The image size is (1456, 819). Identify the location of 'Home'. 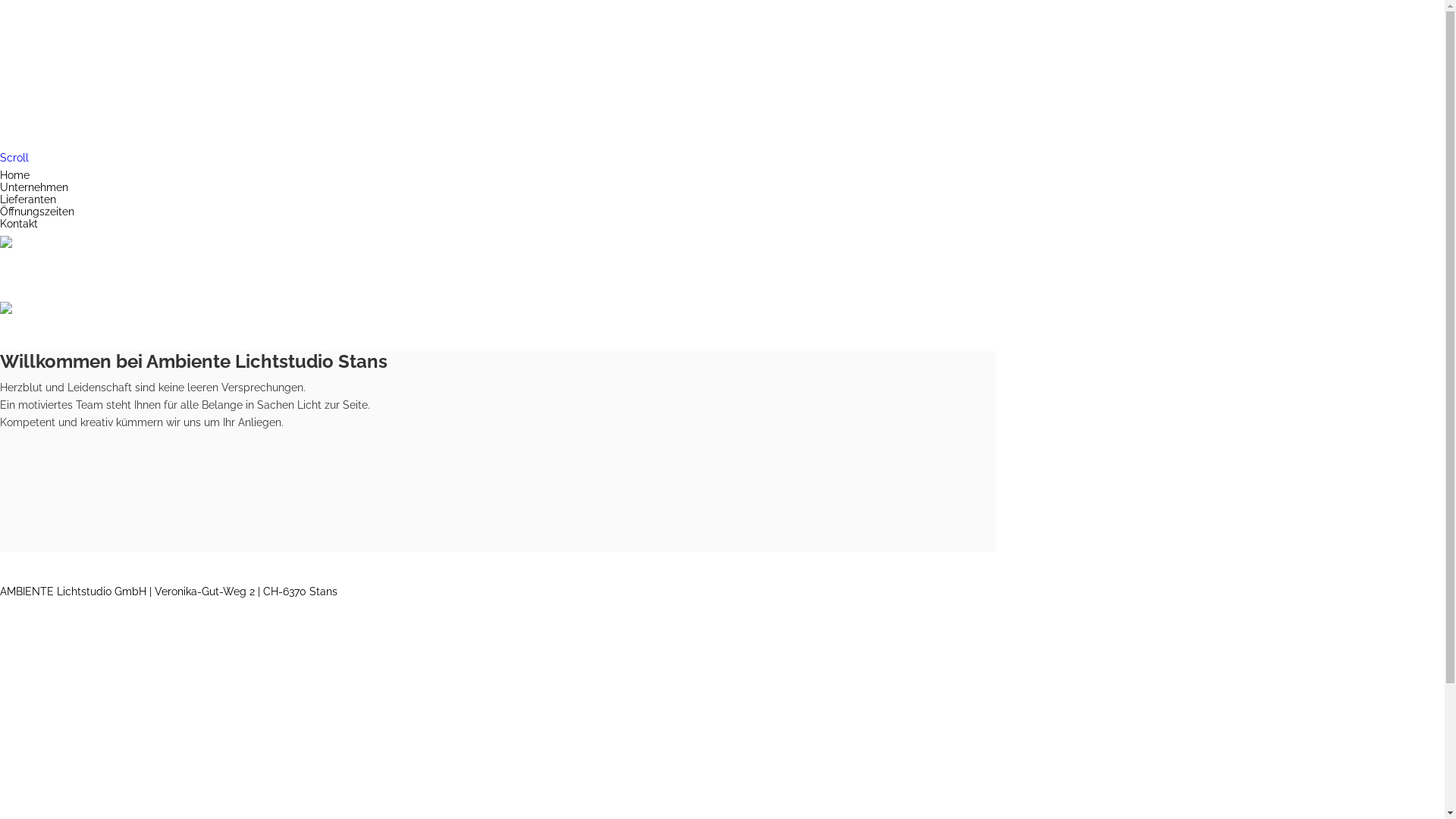
(0, 174).